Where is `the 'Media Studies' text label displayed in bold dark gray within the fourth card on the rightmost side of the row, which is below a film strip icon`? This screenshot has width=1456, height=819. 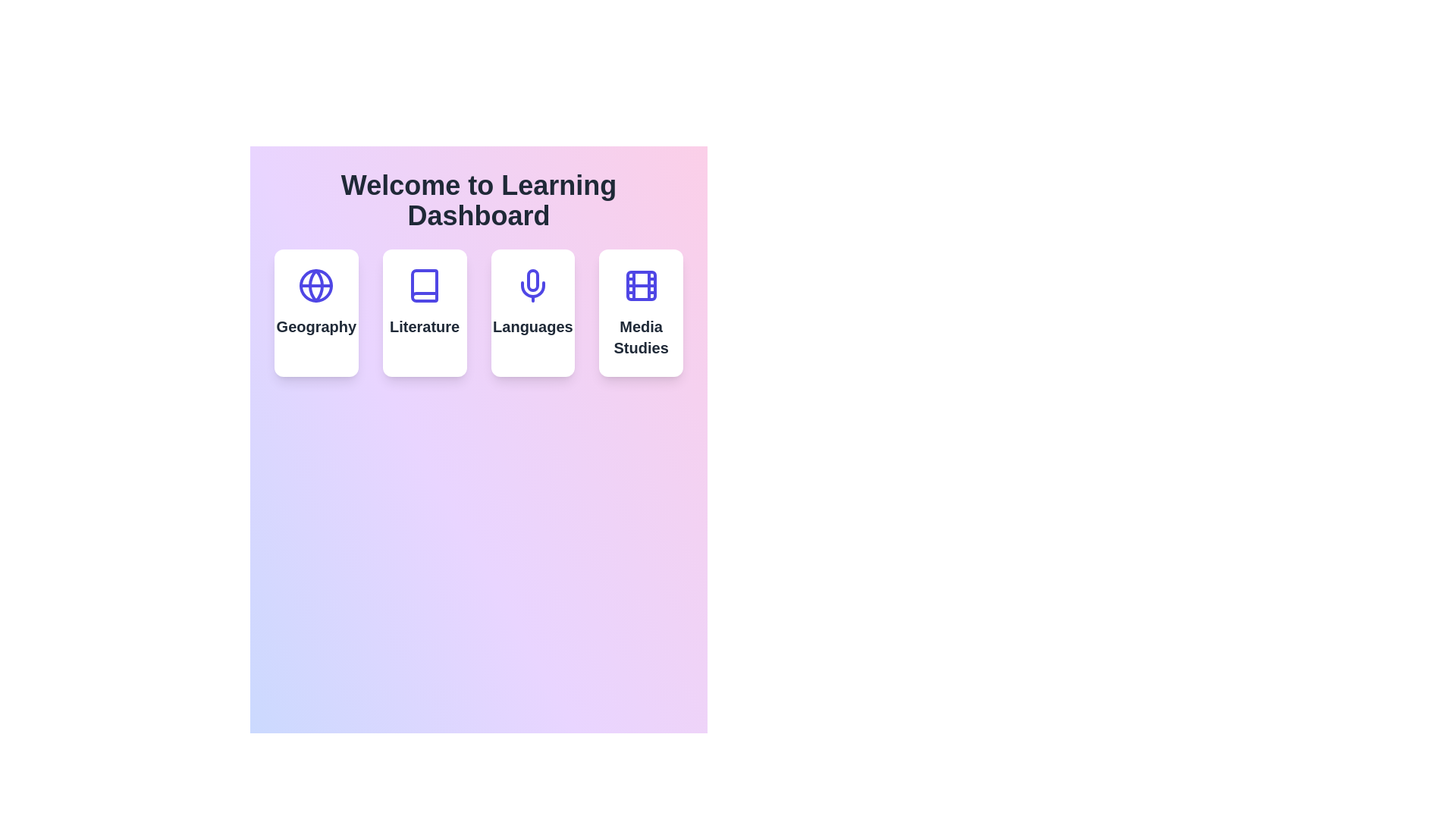
the 'Media Studies' text label displayed in bold dark gray within the fourth card on the rightmost side of the row, which is below a film strip icon is located at coordinates (641, 336).